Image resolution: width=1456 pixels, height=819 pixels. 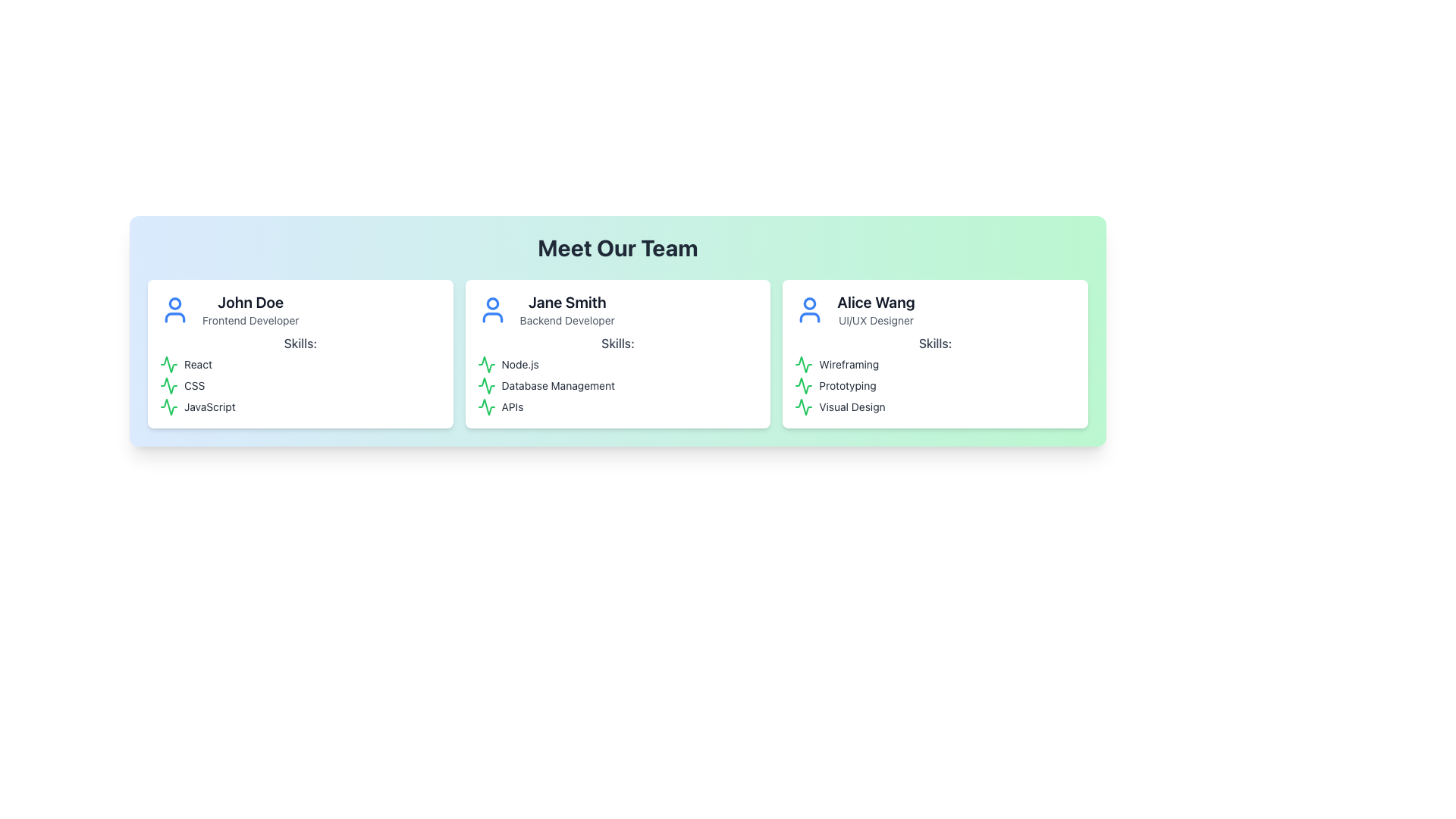 I want to click on the green and white waveform icon representing 'Database Management' in Jane Smith's skills section, so click(x=486, y=385).